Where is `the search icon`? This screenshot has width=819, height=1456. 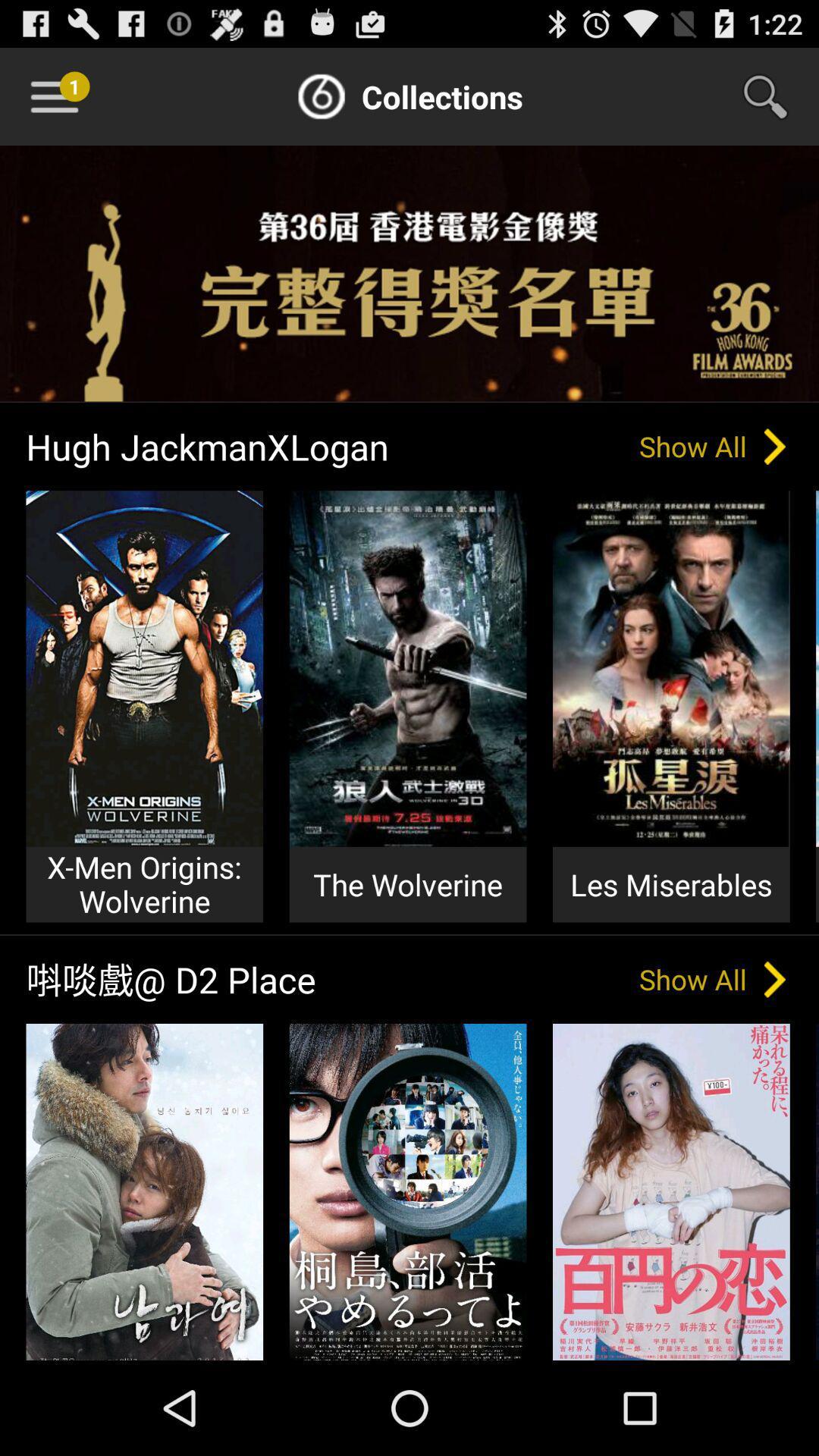
the search icon is located at coordinates (775, 102).